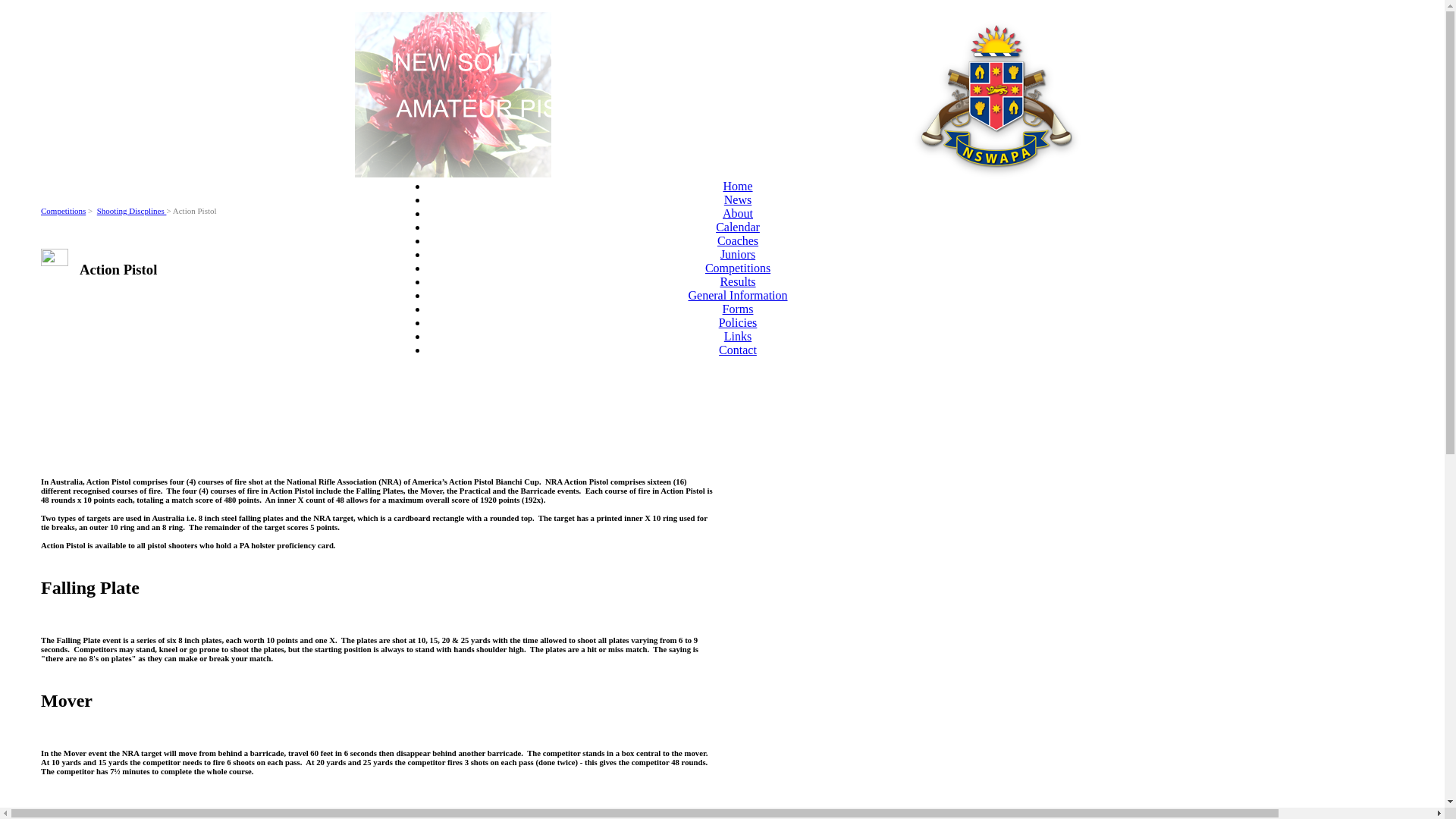  I want to click on 'Contact', so click(738, 350).